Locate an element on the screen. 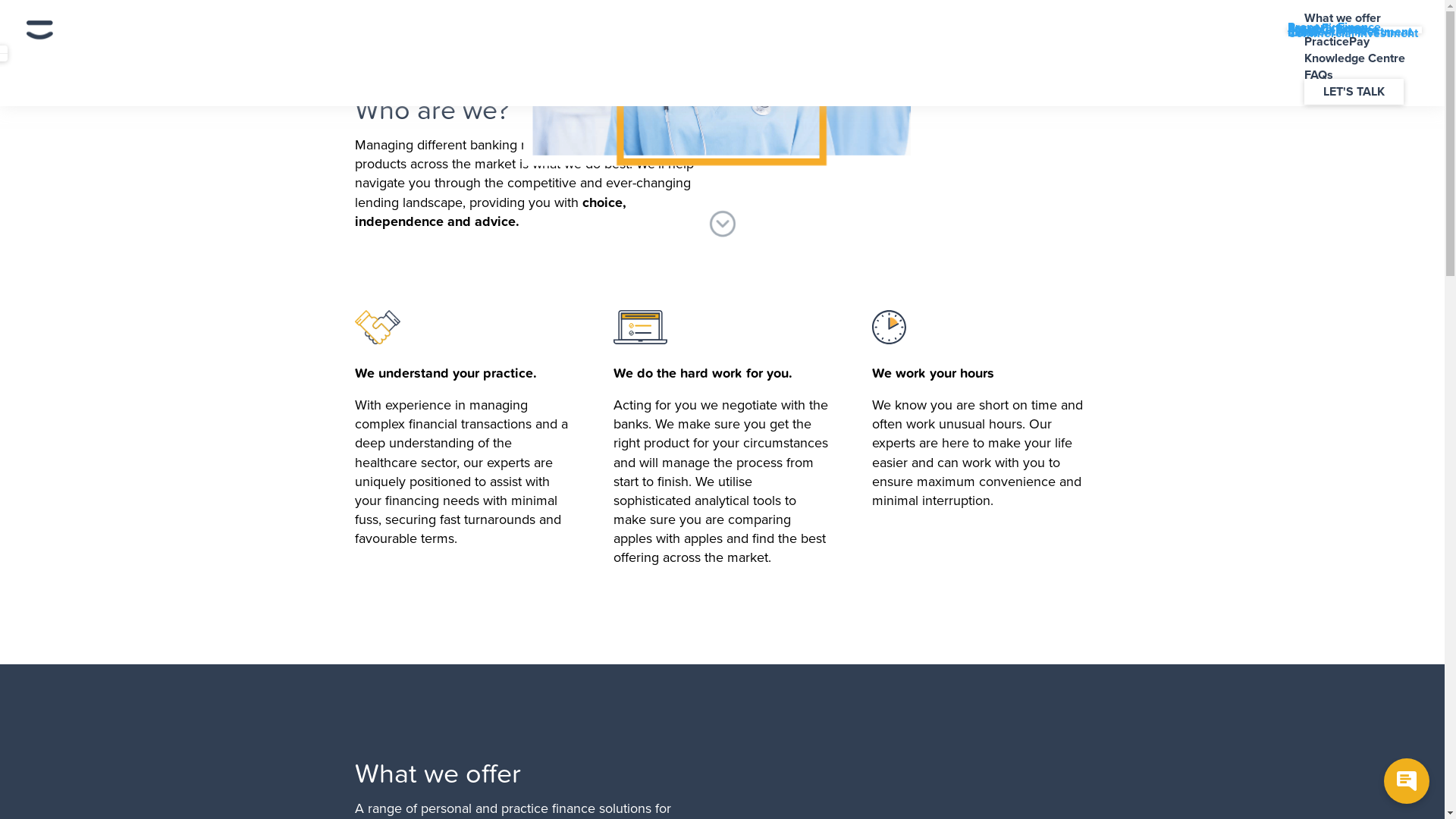 This screenshot has width=1456, height=819. 'LET'S TALK' is located at coordinates (1354, 91).